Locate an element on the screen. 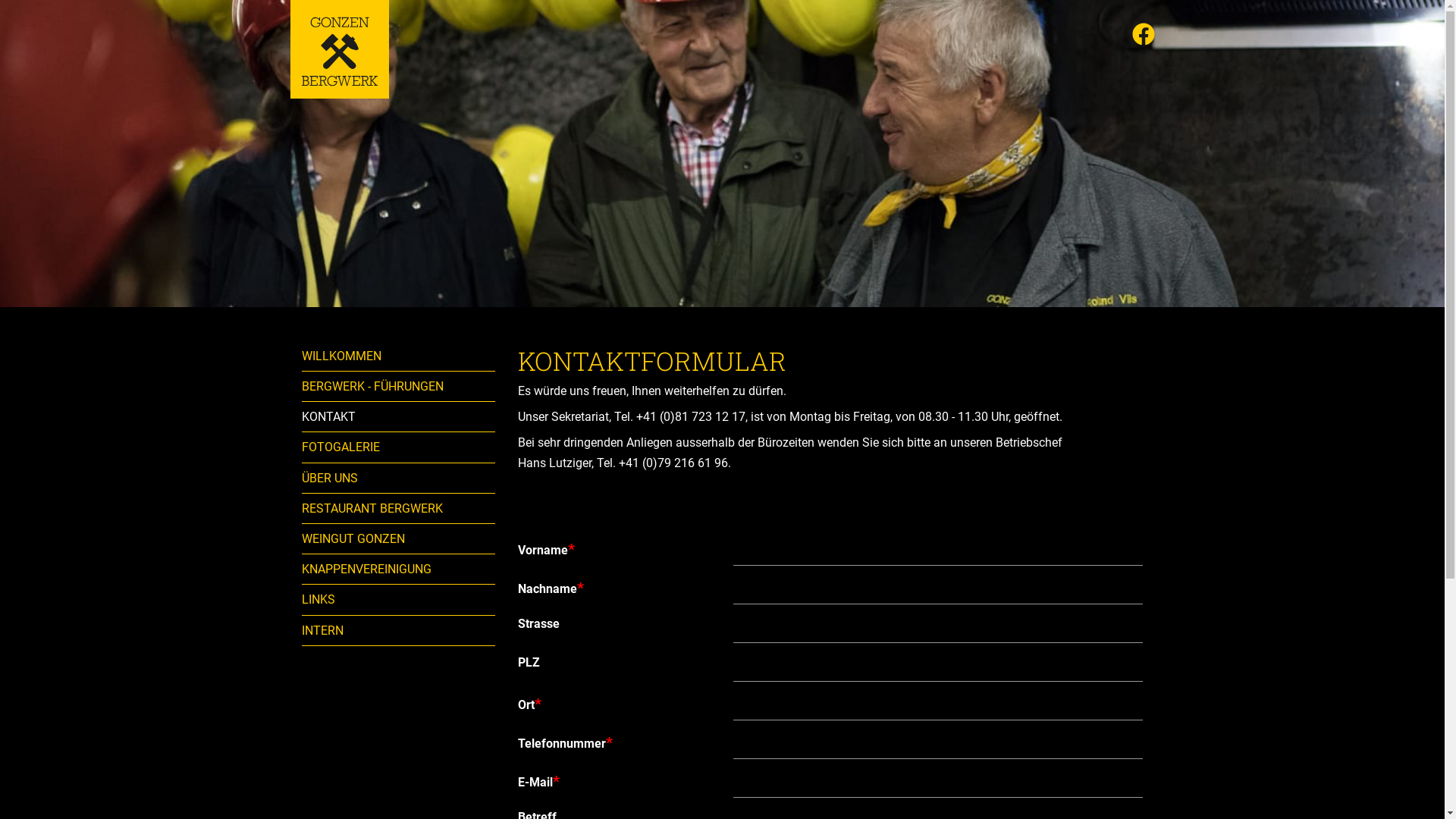  'KONTAKT' is located at coordinates (302, 416).